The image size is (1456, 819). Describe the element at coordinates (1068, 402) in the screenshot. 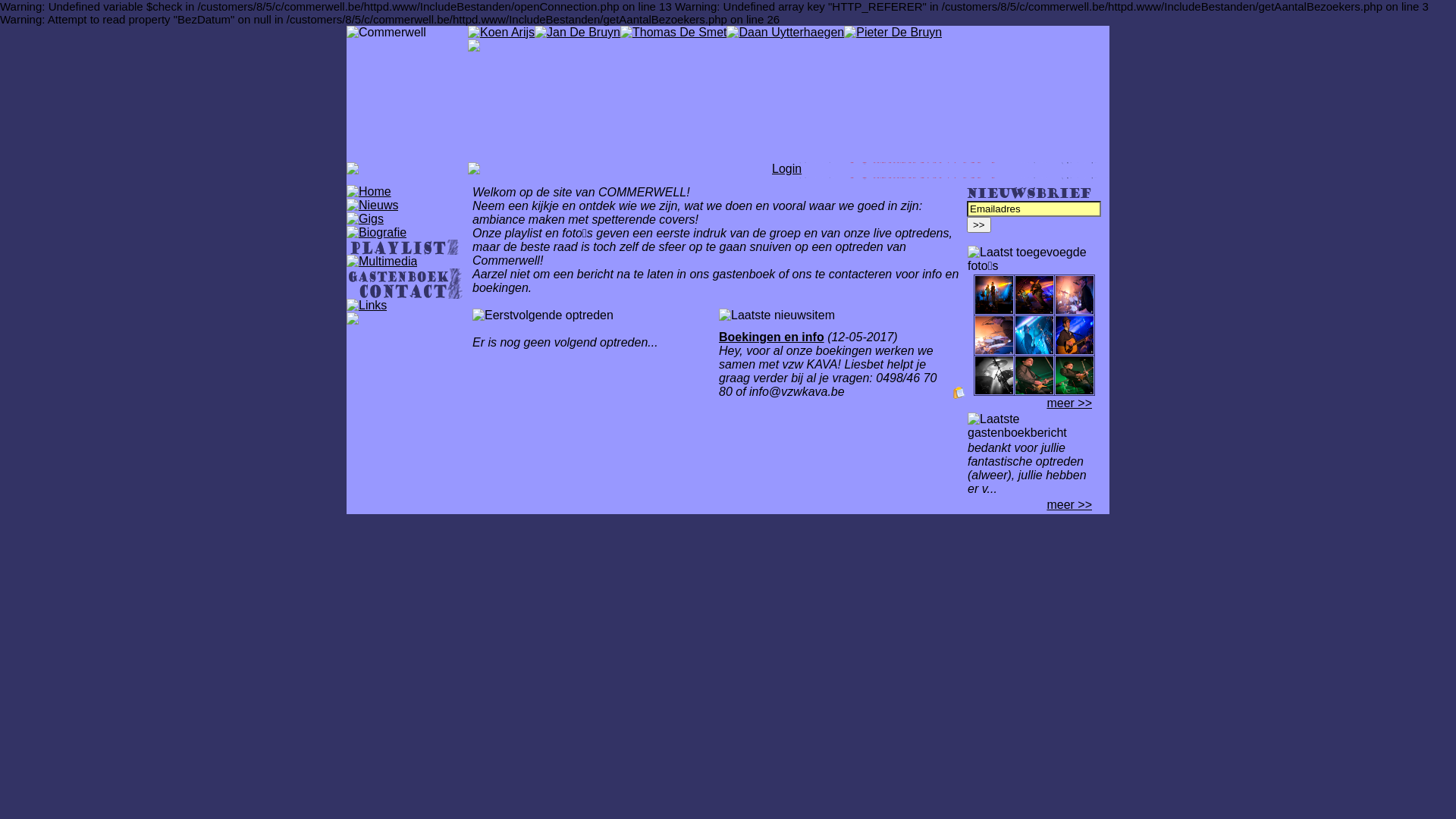

I see `'meer >>'` at that location.